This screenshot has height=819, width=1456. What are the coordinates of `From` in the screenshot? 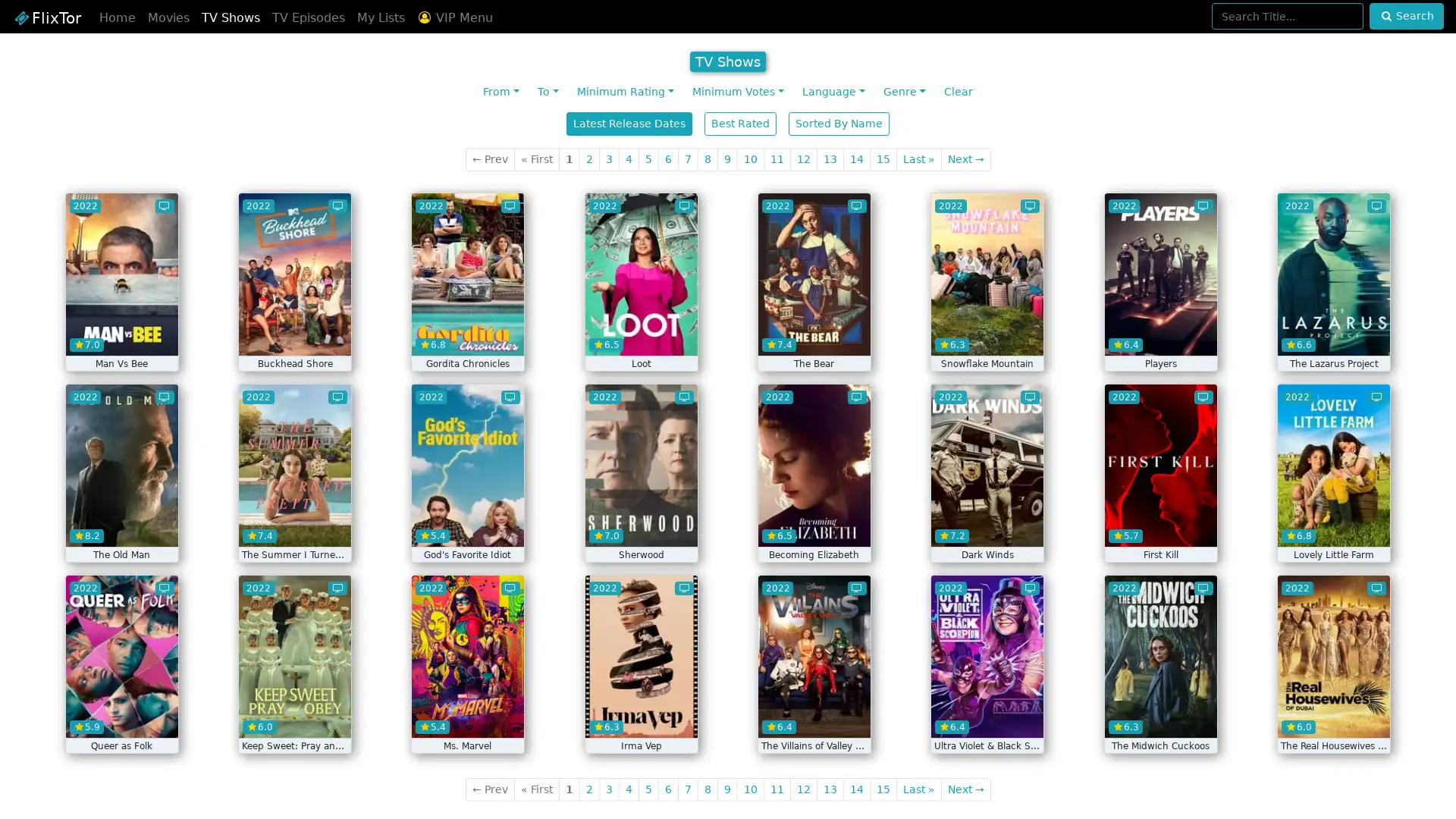 It's located at (501, 92).